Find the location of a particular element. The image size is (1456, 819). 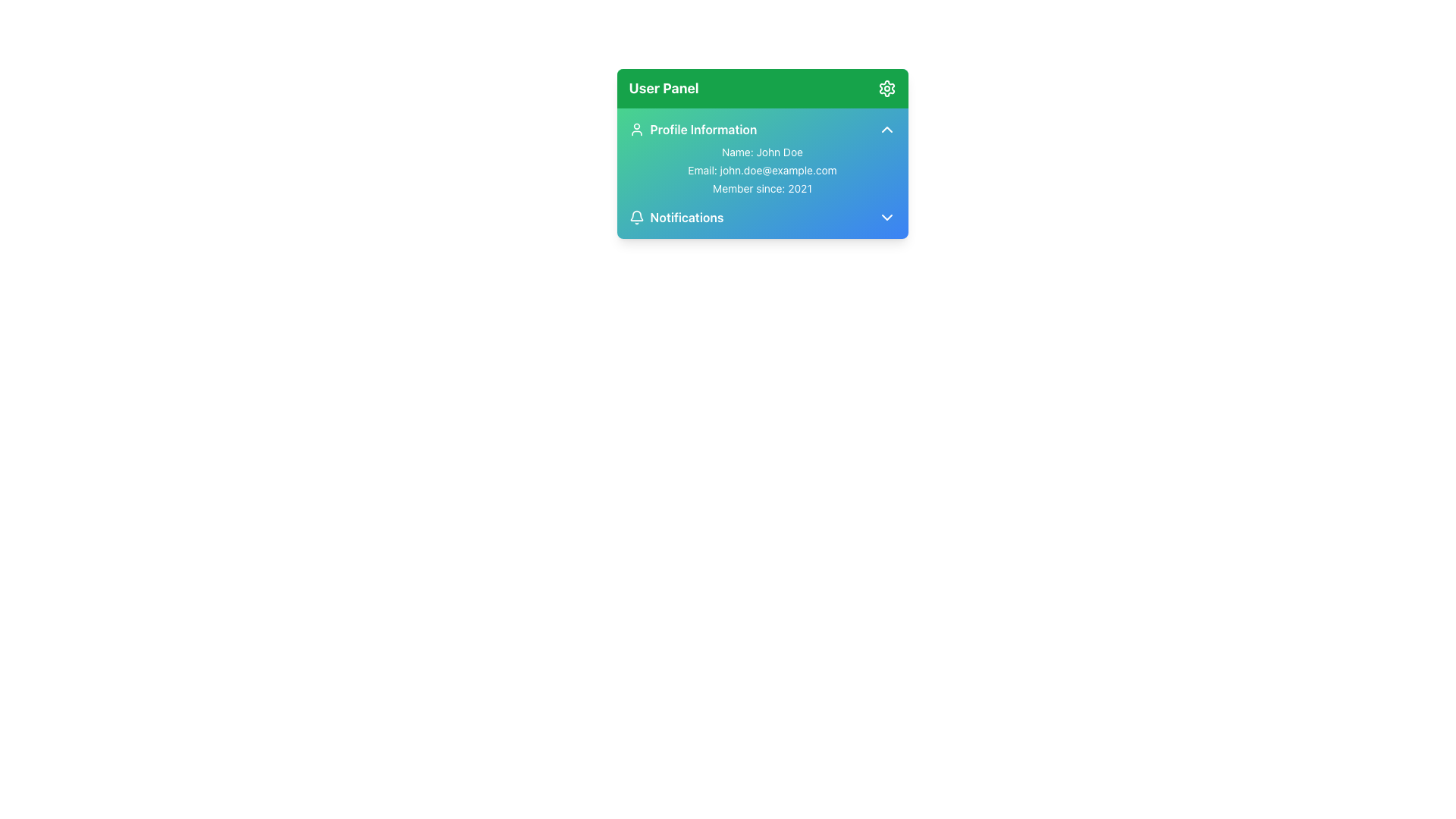

the 'Notifications' text label, which is displayed in bold white font against a gradient blue-green background, located in the lower section of the 'User Panel' card component is located at coordinates (686, 217).